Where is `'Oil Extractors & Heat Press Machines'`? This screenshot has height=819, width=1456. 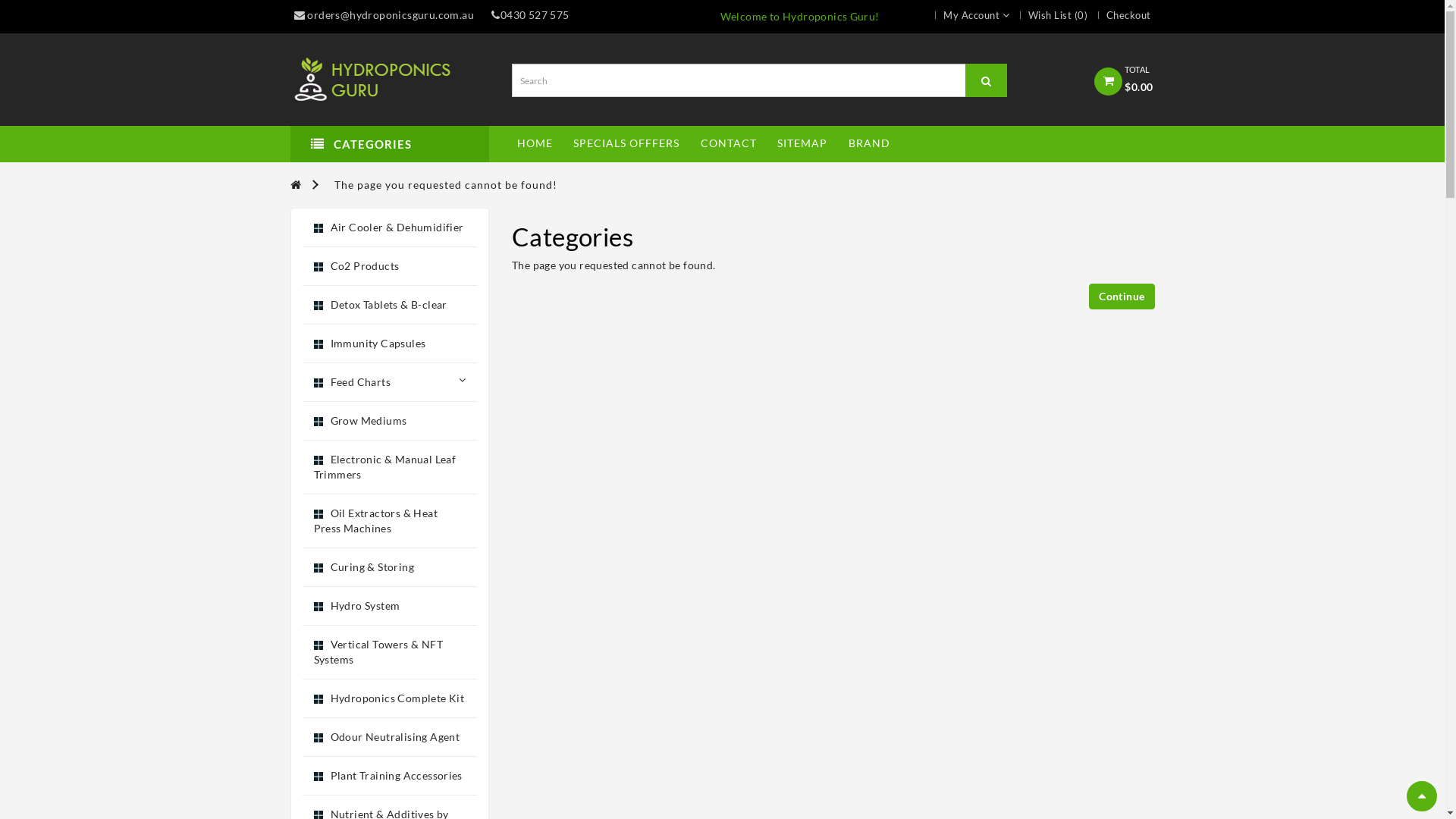
'Oil Extractors & Heat Press Machines' is located at coordinates (389, 520).